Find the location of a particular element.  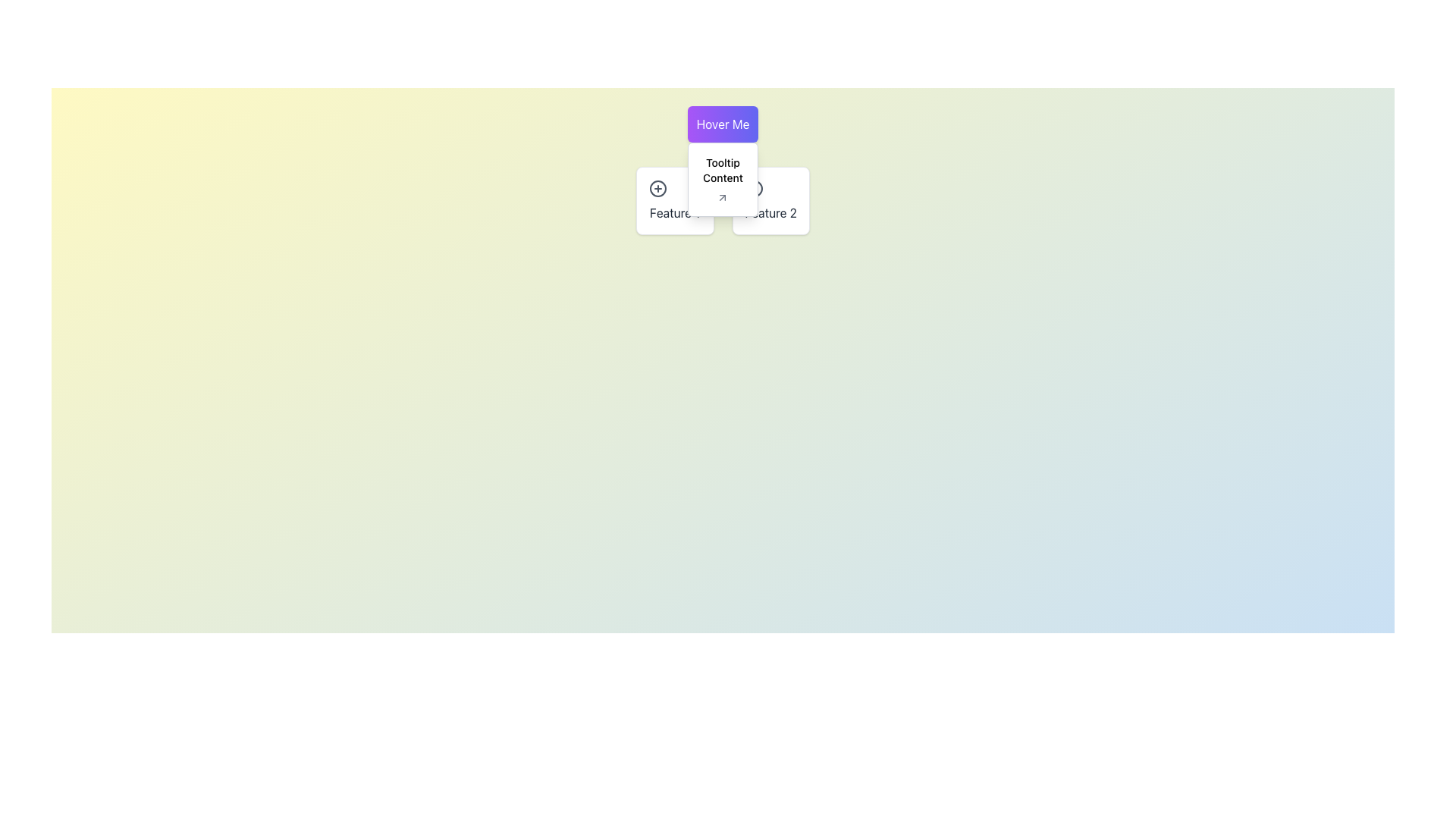

the button that triggers a tooltip display, which is centrally located above the tooltip and feature cards labeled 'Feature 1' and 'Feature 2' is located at coordinates (722, 124).